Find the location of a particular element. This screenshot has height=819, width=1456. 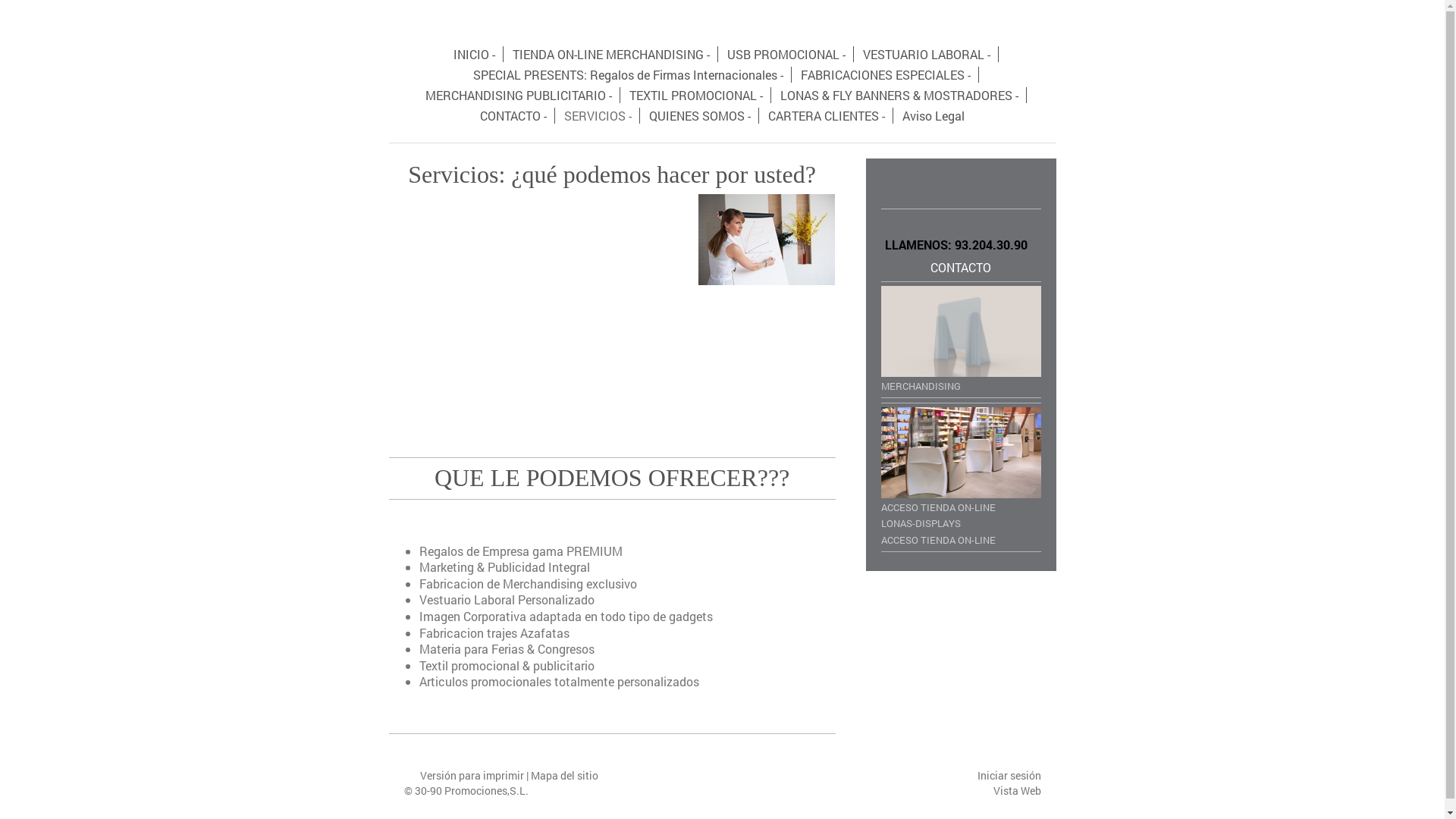

'CARTERA CLIENTES -' is located at coordinates (826, 115).